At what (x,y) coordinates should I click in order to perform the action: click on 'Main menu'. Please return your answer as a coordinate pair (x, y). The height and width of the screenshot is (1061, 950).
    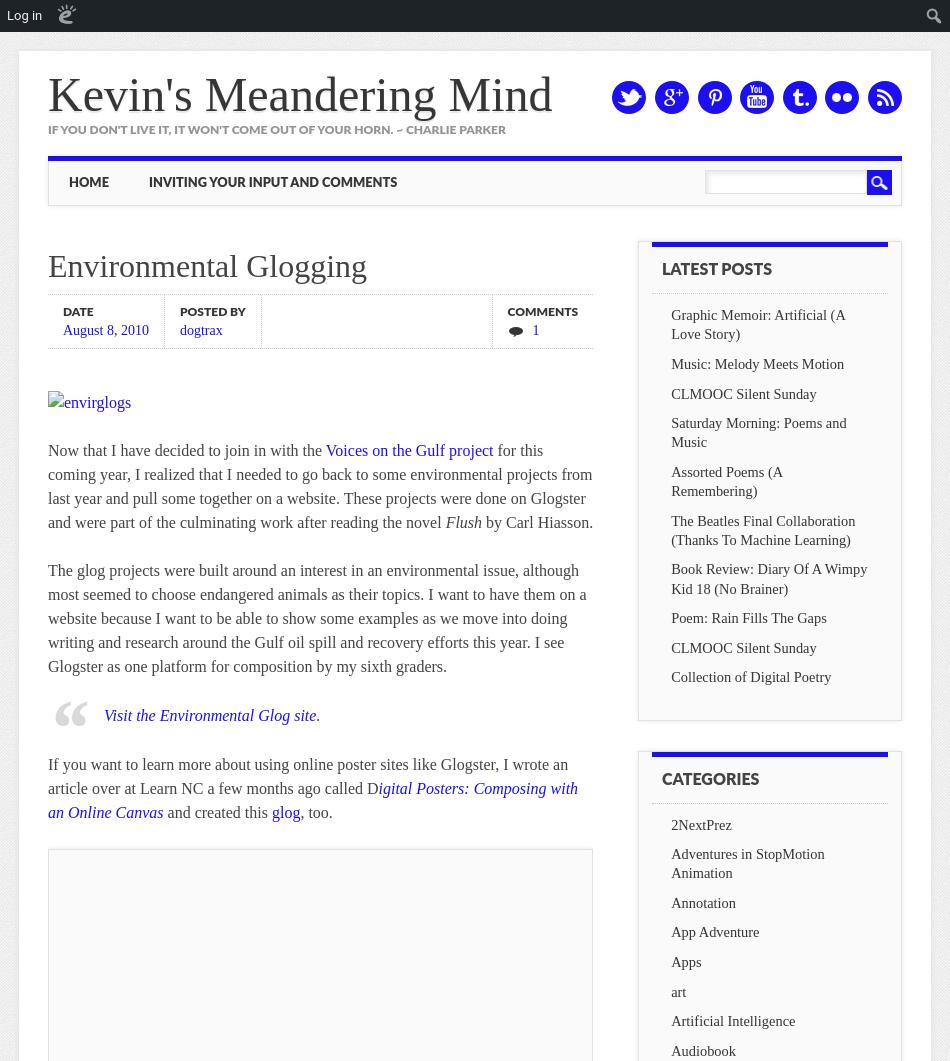
    Looking at the image, I should click on (134, 176).